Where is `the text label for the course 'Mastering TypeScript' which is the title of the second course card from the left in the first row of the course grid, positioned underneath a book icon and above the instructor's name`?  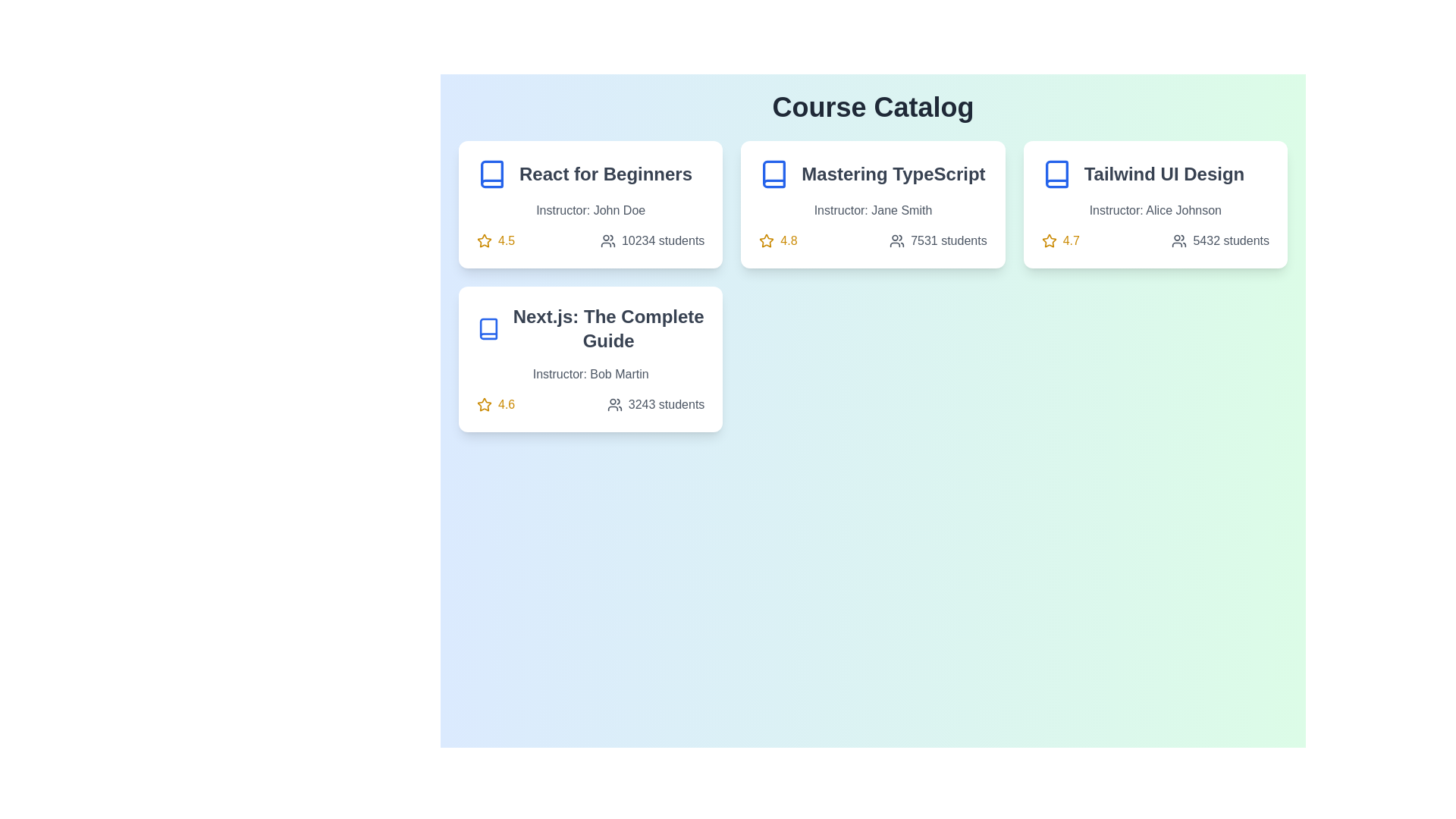 the text label for the course 'Mastering TypeScript' which is the title of the second course card from the left in the first row of the course grid, positioned underneath a book icon and above the instructor's name is located at coordinates (893, 174).